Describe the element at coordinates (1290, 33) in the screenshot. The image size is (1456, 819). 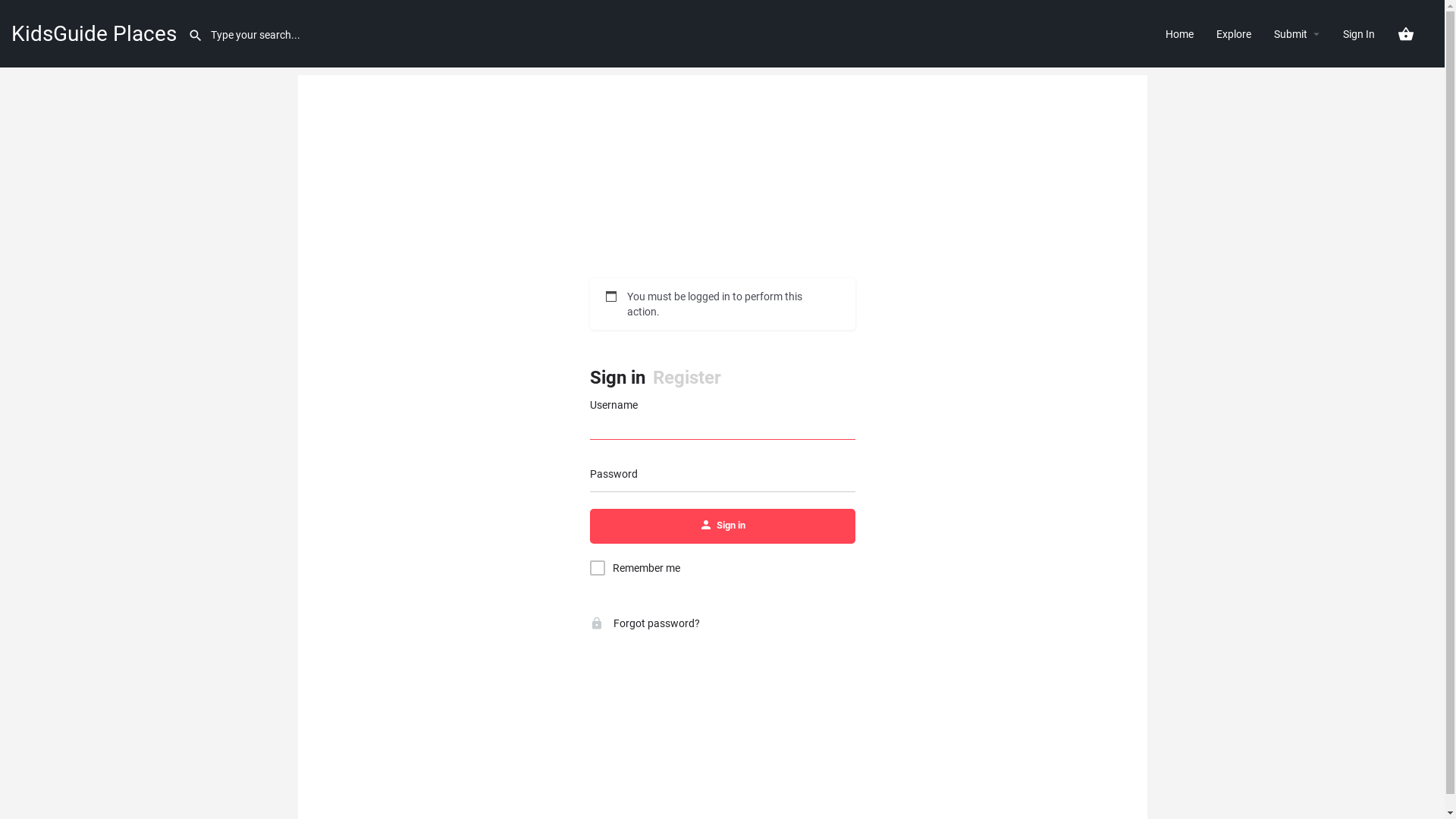
I see `'Submit'` at that location.